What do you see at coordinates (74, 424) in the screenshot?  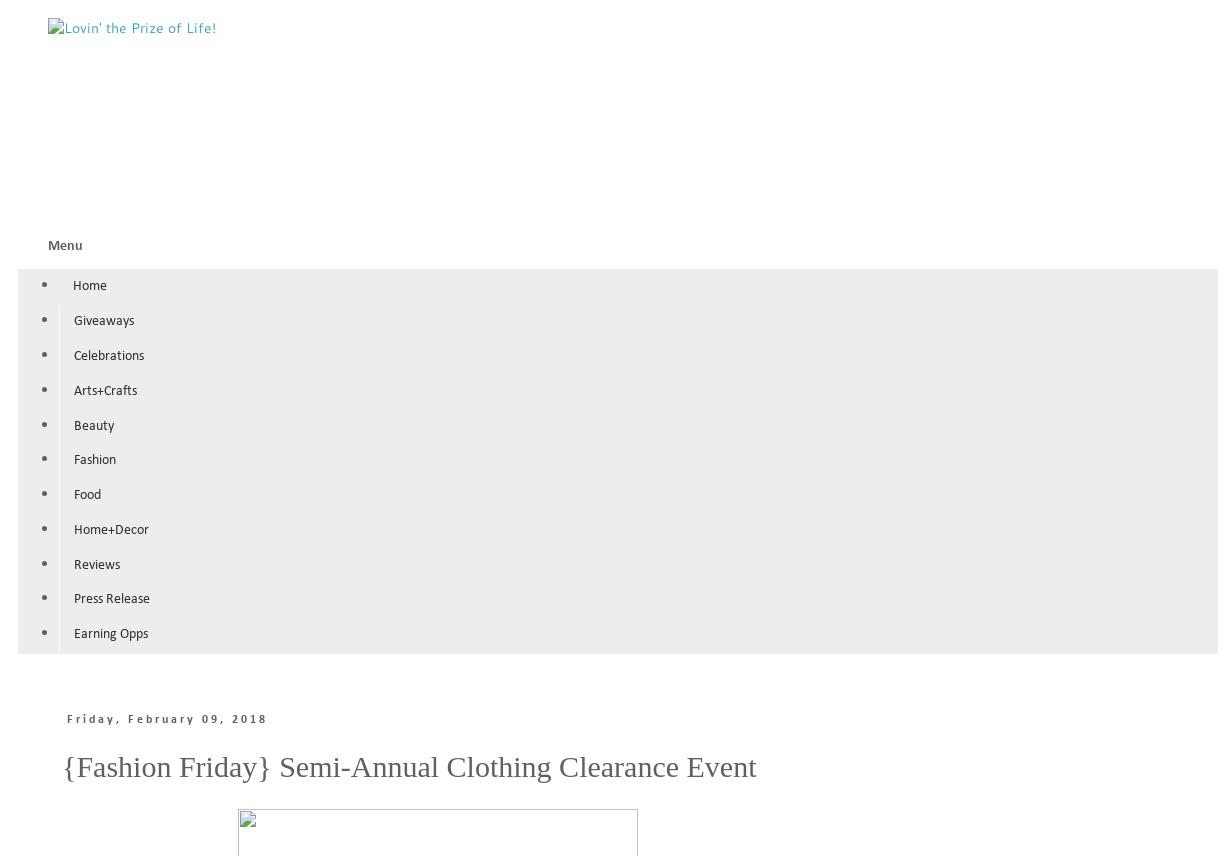 I see `'Beauty'` at bounding box center [74, 424].